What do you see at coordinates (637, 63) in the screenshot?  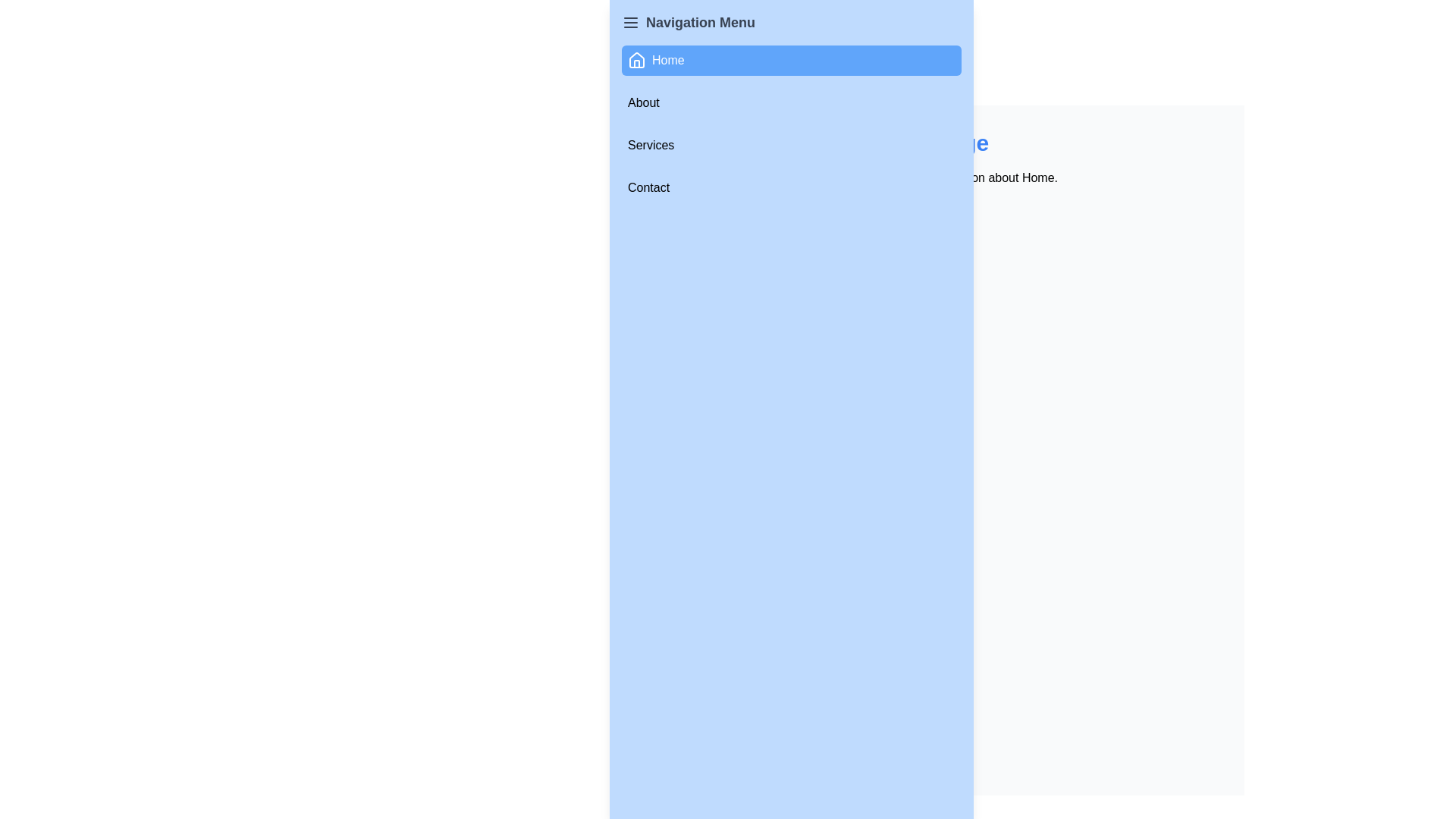 I see `the house icon element located in the navigation sidebar, which is the first entry in the menu and positioned to the left of the 'Home' text` at bounding box center [637, 63].